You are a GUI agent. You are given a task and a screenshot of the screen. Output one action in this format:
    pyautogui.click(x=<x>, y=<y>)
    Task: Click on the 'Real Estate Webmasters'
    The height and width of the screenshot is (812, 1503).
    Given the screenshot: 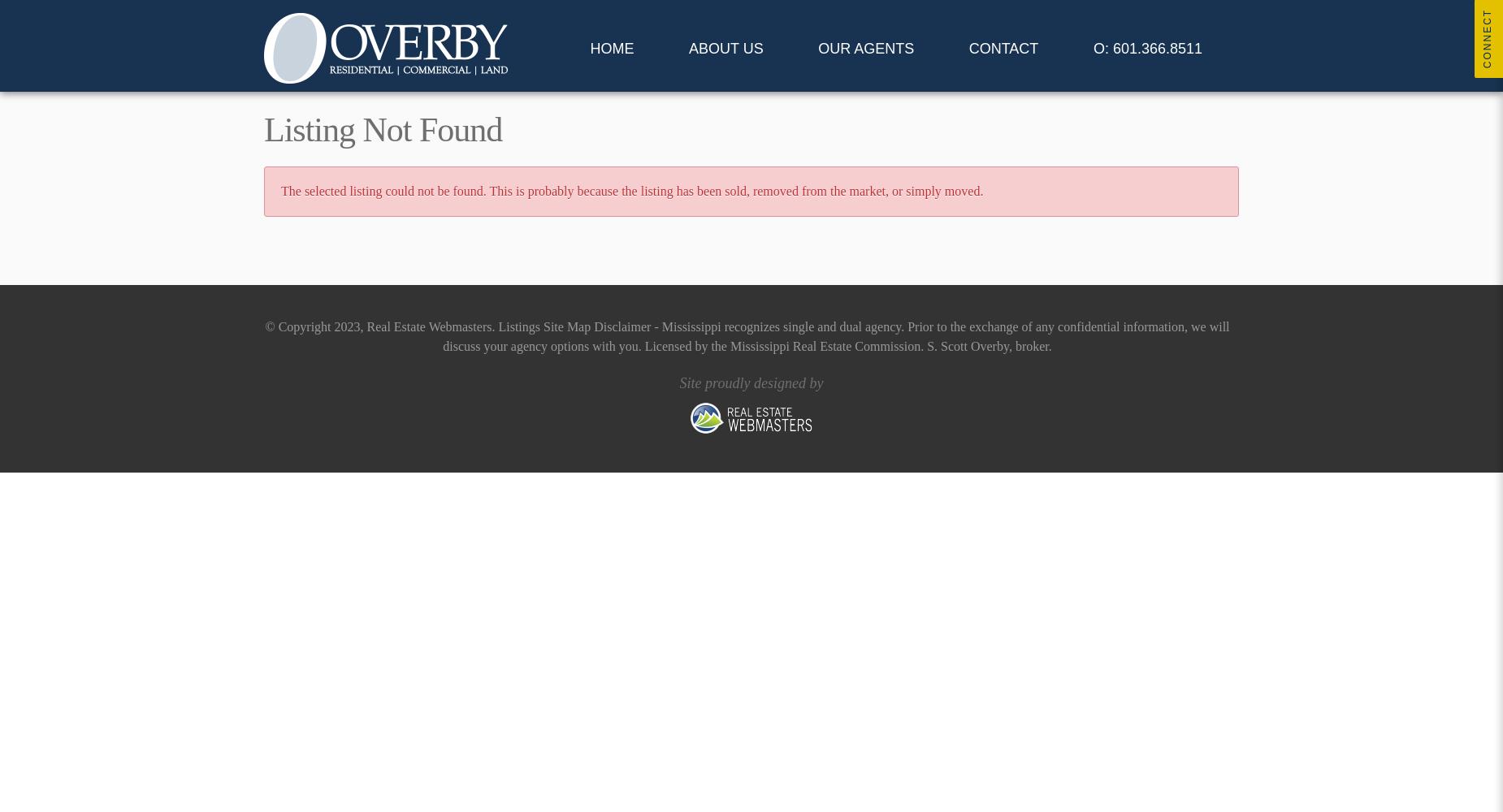 What is the action you would take?
    pyautogui.click(x=366, y=326)
    